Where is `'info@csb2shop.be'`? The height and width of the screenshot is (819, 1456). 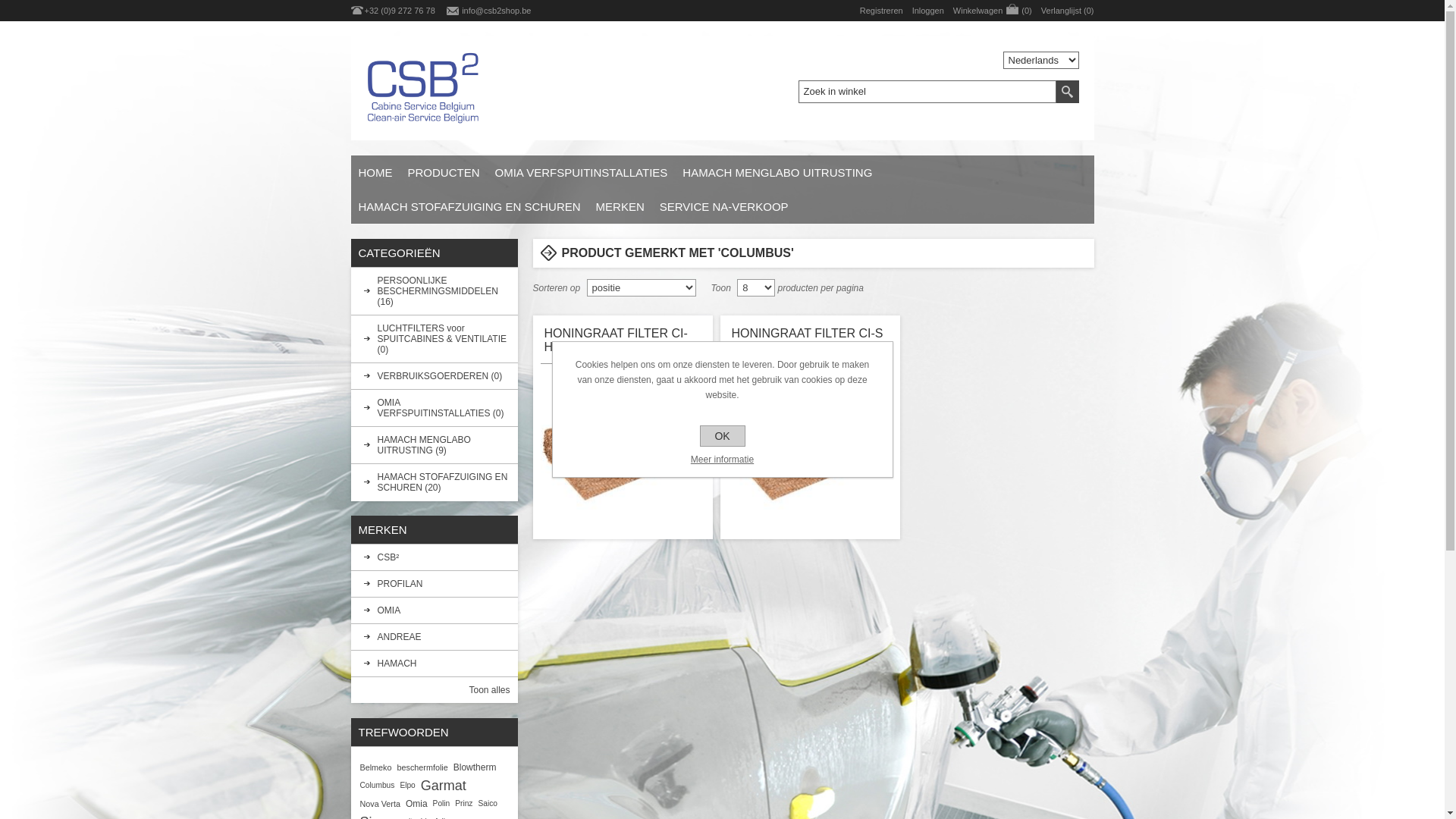 'info@csb2shop.be' is located at coordinates (496, 11).